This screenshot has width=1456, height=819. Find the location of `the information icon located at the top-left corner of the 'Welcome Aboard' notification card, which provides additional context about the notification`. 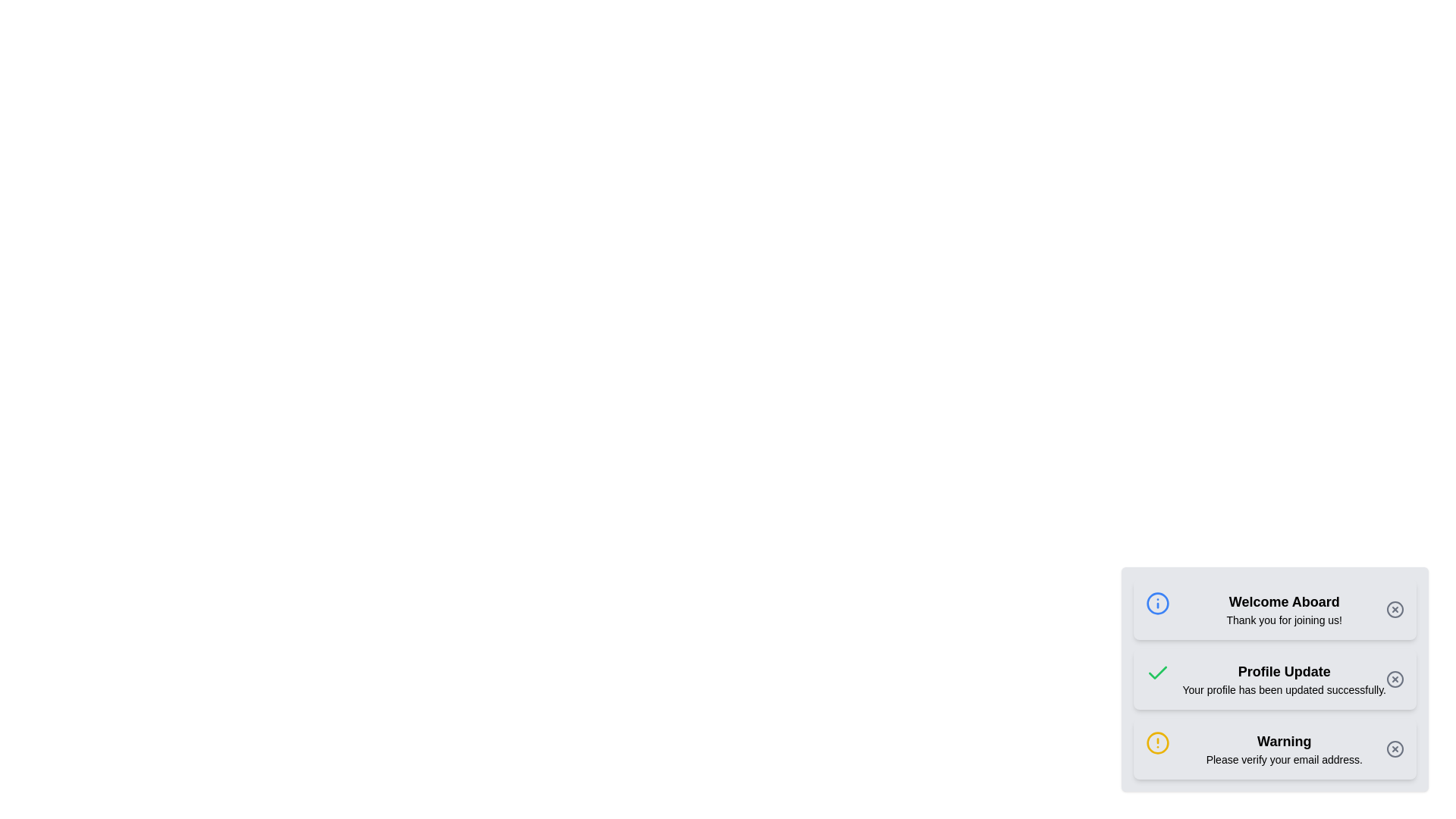

the information icon located at the top-left corner of the 'Welcome Aboard' notification card, which provides additional context about the notification is located at coordinates (1157, 602).